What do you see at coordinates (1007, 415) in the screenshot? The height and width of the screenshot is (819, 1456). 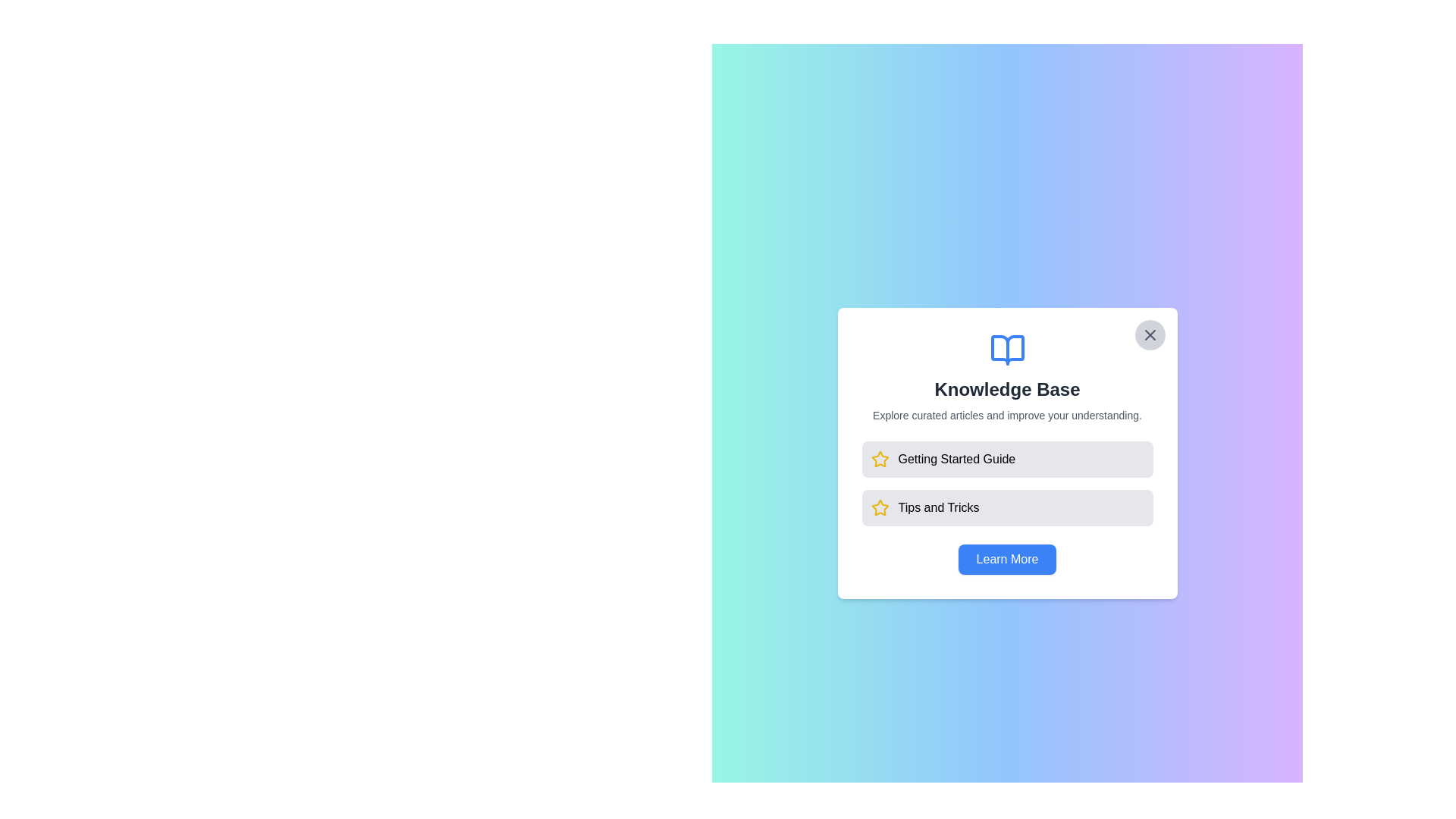 I see `the informational text label that provides context about the 'Knowledge Base', positioned below the heading and above the clickable items` at bounding box center [1007, 415].